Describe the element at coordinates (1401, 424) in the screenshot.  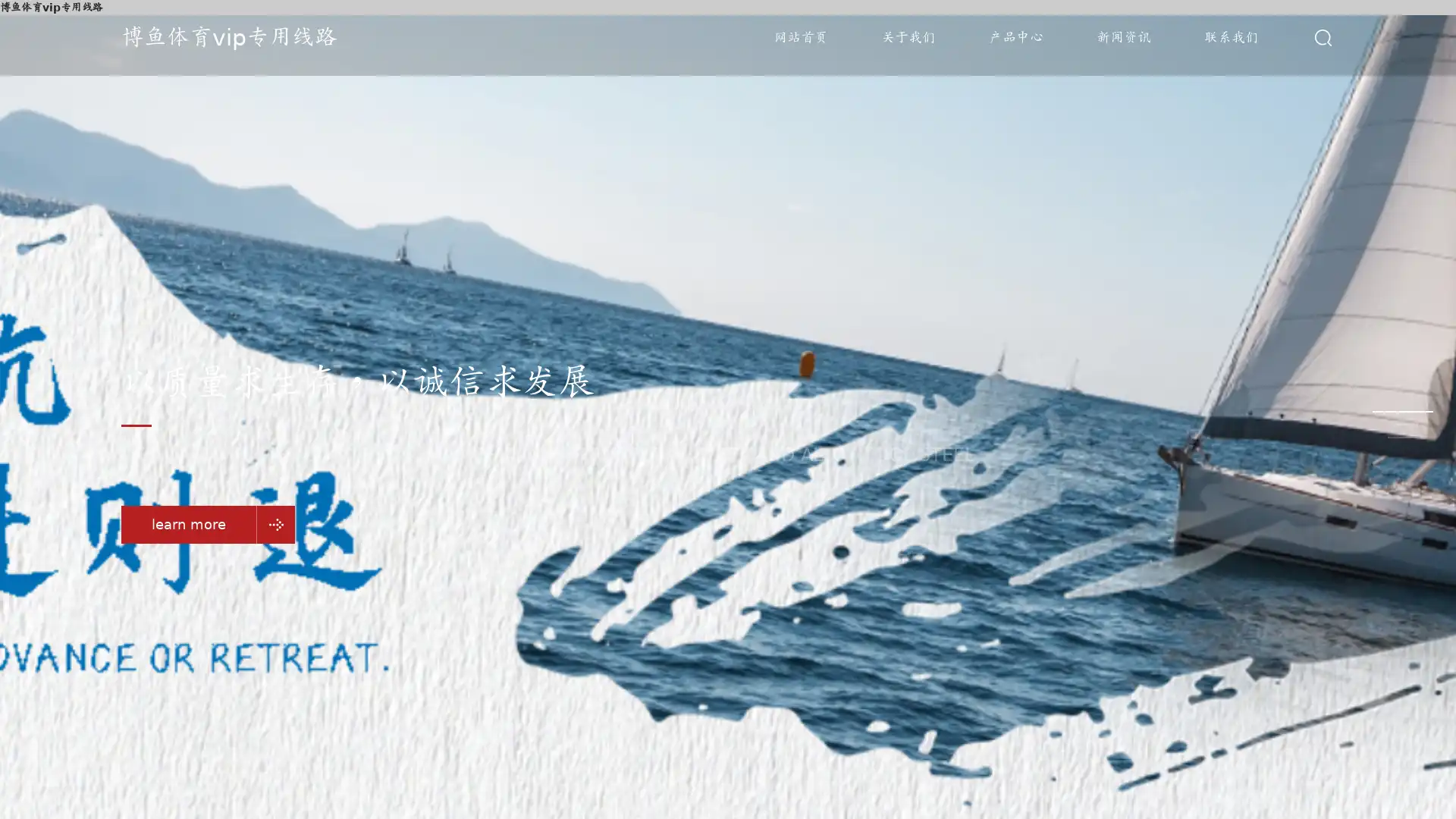
I see `Go to slide 2` at that location.